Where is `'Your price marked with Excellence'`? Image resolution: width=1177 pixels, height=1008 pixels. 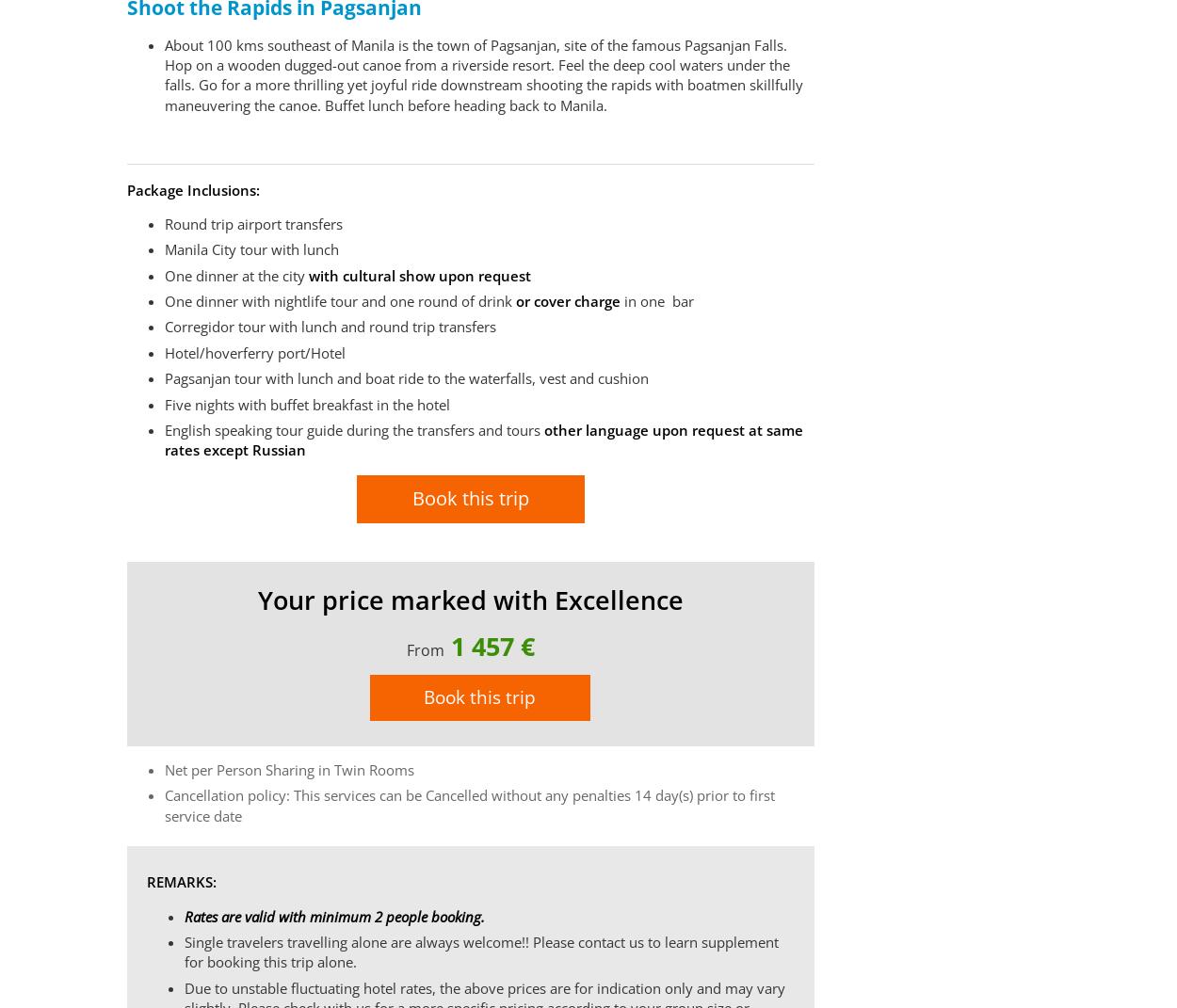
'Your price marked with Excellence' is located at coordinates (471, 598).